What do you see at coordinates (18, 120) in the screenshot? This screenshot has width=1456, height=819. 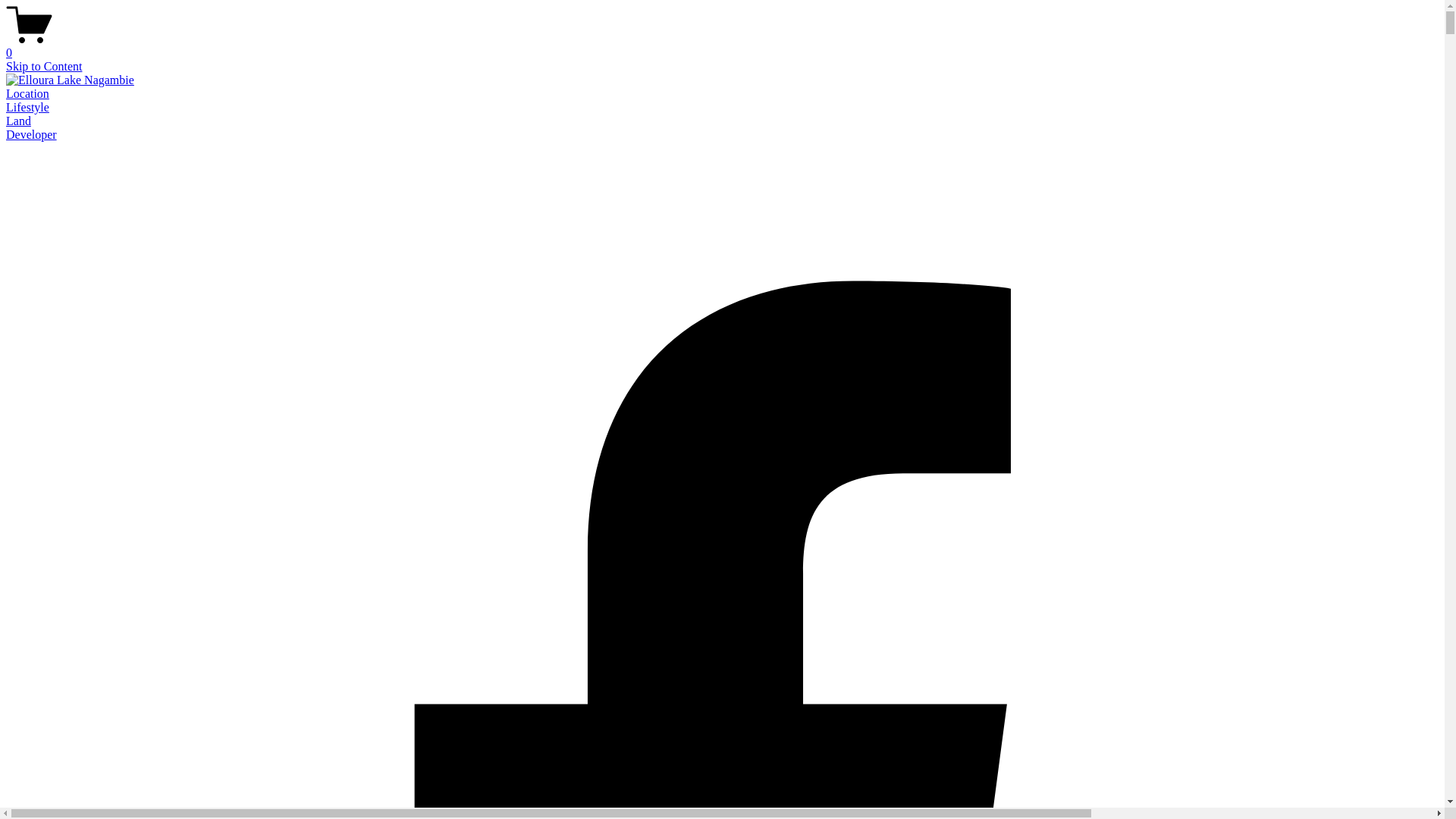 I see `'Land'` at bounding box center [18, 120].